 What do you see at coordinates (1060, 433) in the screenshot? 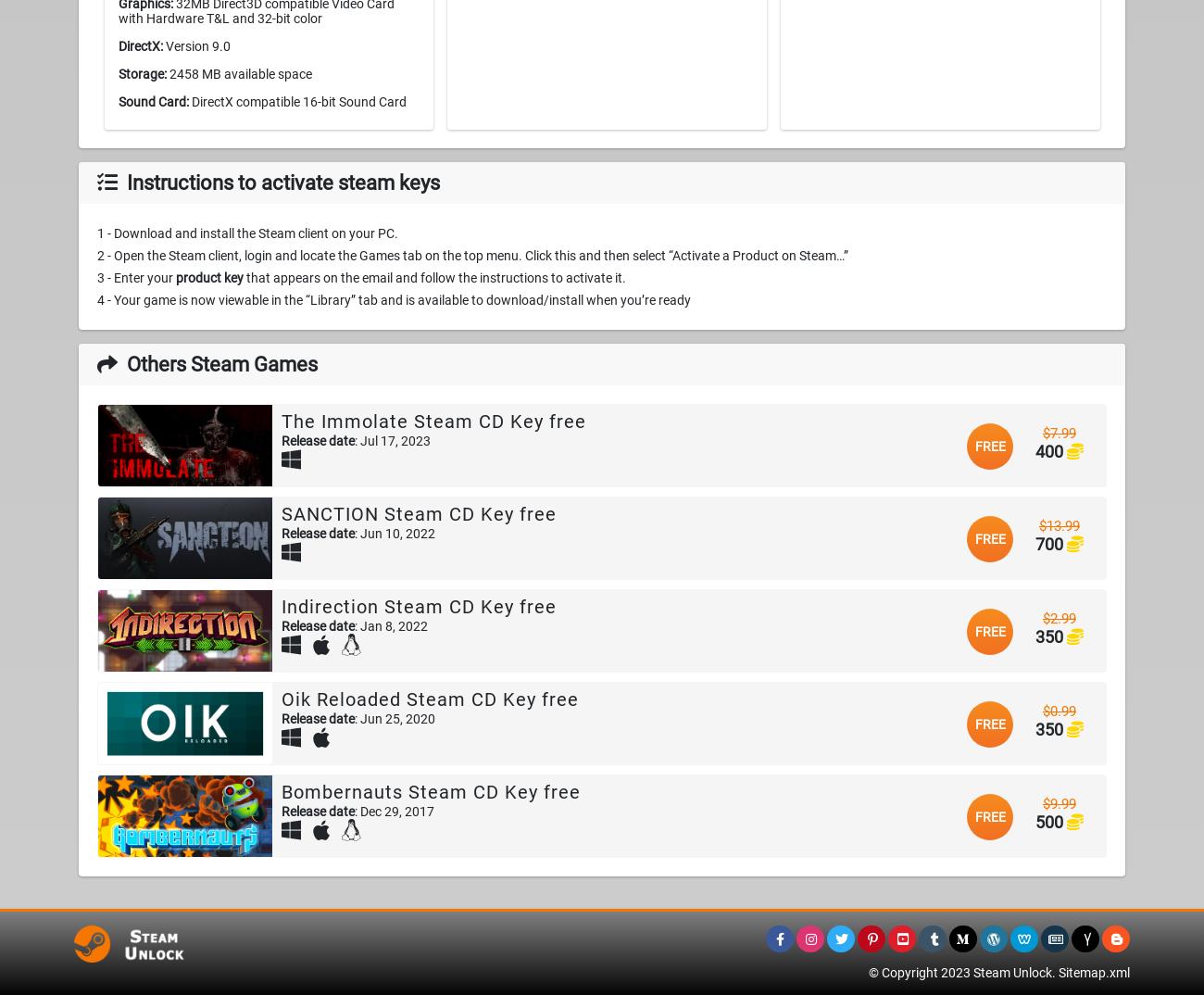
I see `'$7.99'` at bounding box center [1060, 433].